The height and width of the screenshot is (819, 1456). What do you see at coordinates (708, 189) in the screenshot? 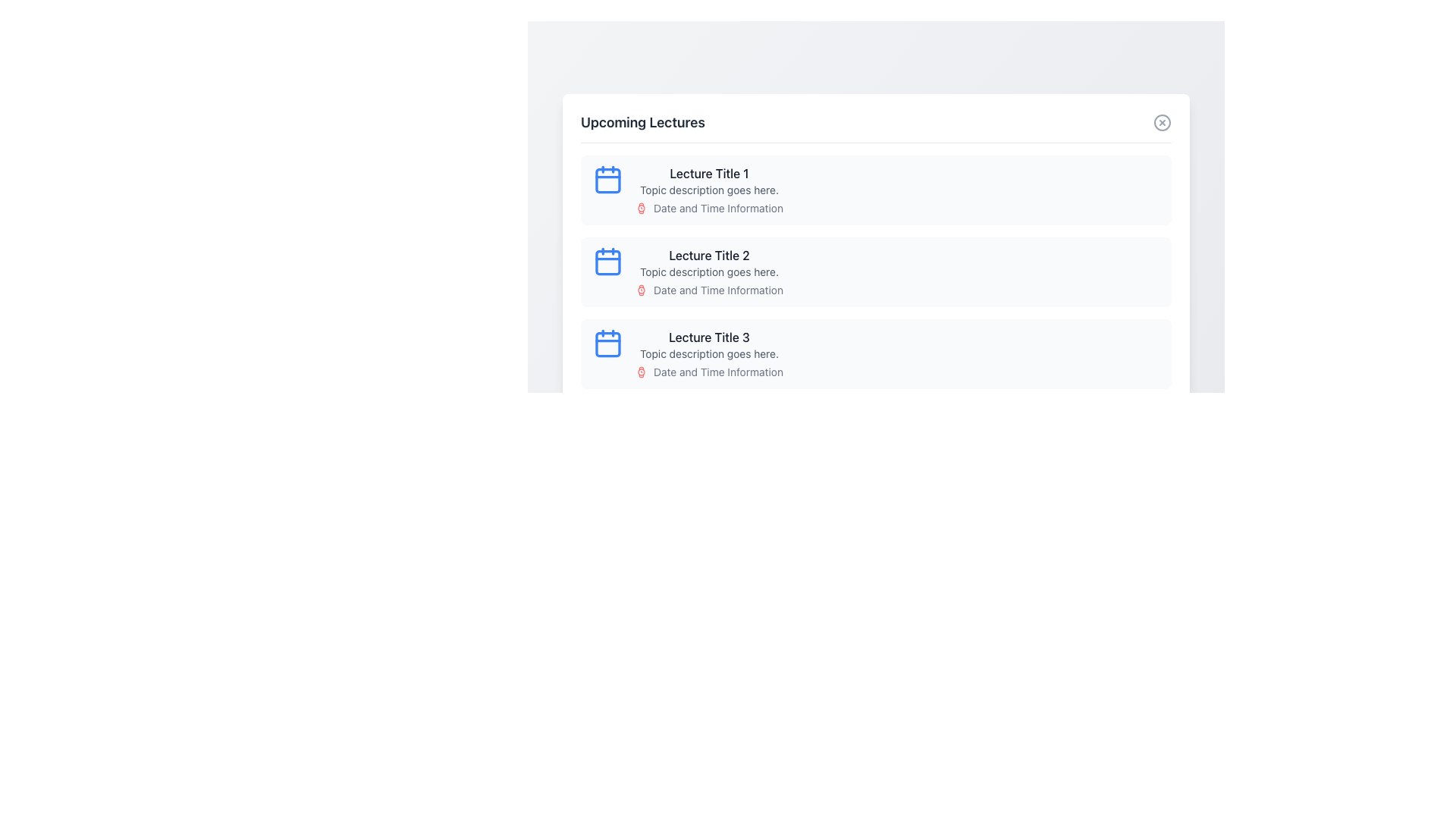
I see `the text element displaying 'Topic description goes here' which is located beneath 'Lecture Title 1' in the upcoming lectures card layout` at bounding box center [708, 189].